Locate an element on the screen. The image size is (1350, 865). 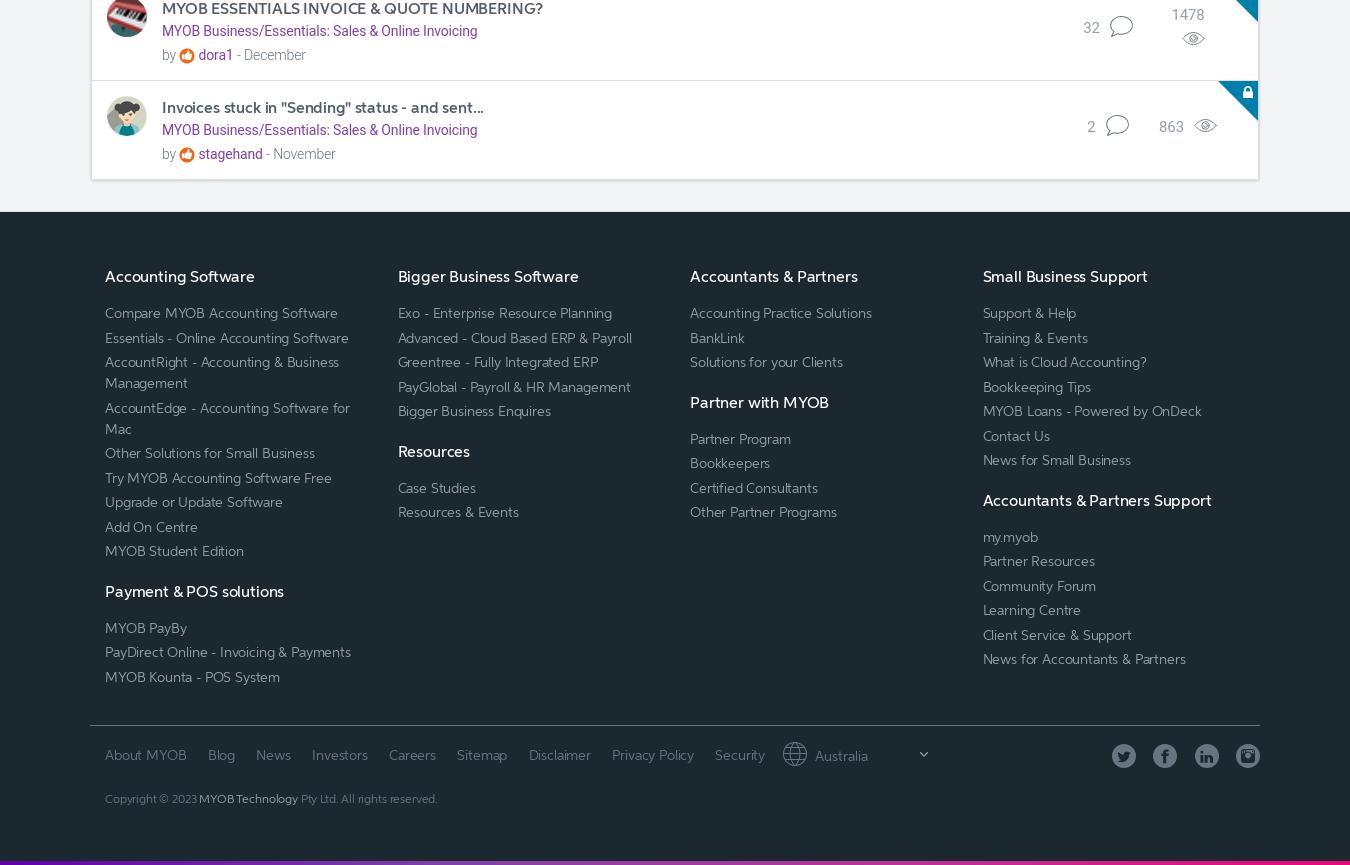
'863' is located at coordinates (1169, 126).